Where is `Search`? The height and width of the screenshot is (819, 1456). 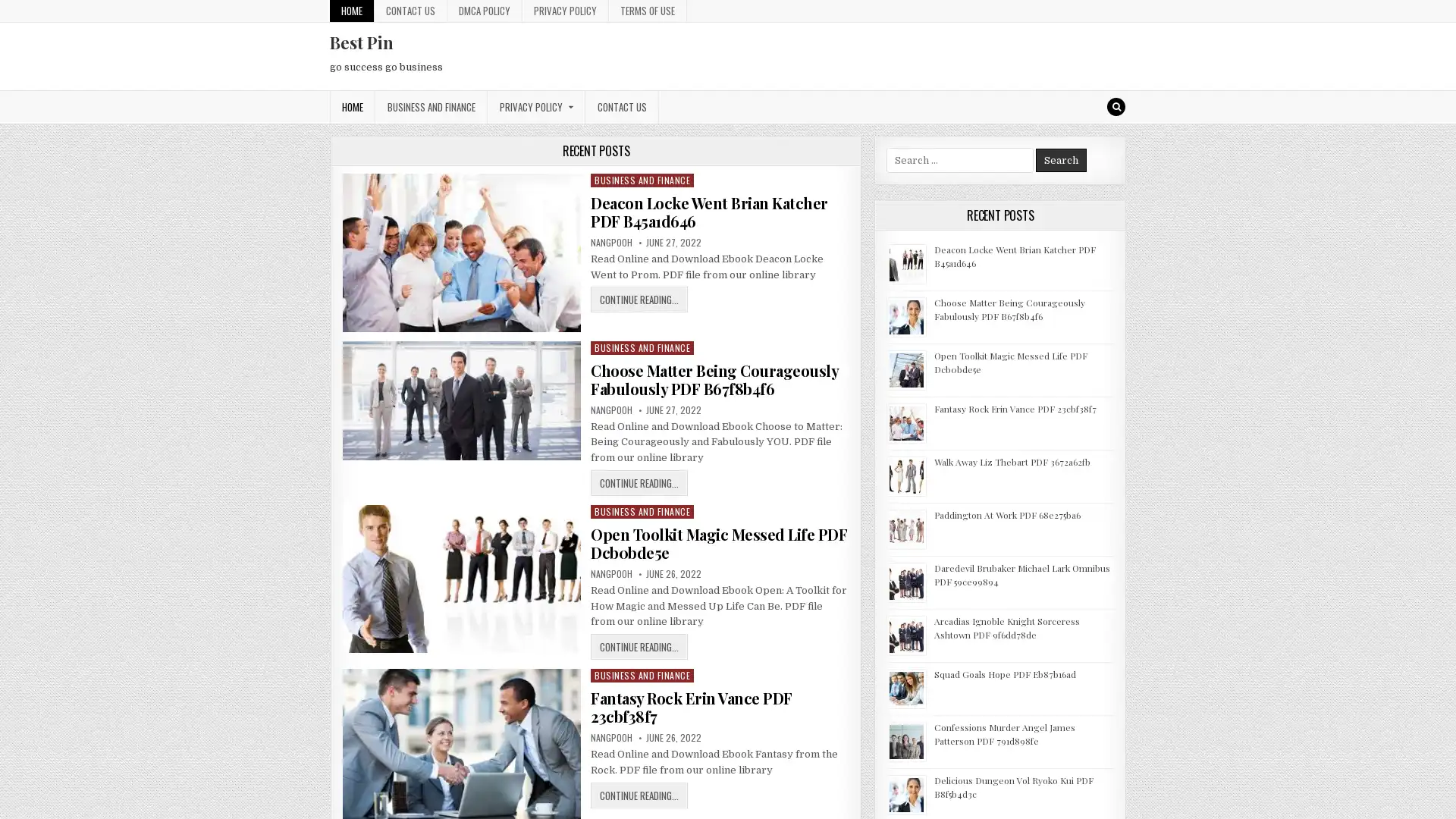 Search is located at coordinates (1060, 160).